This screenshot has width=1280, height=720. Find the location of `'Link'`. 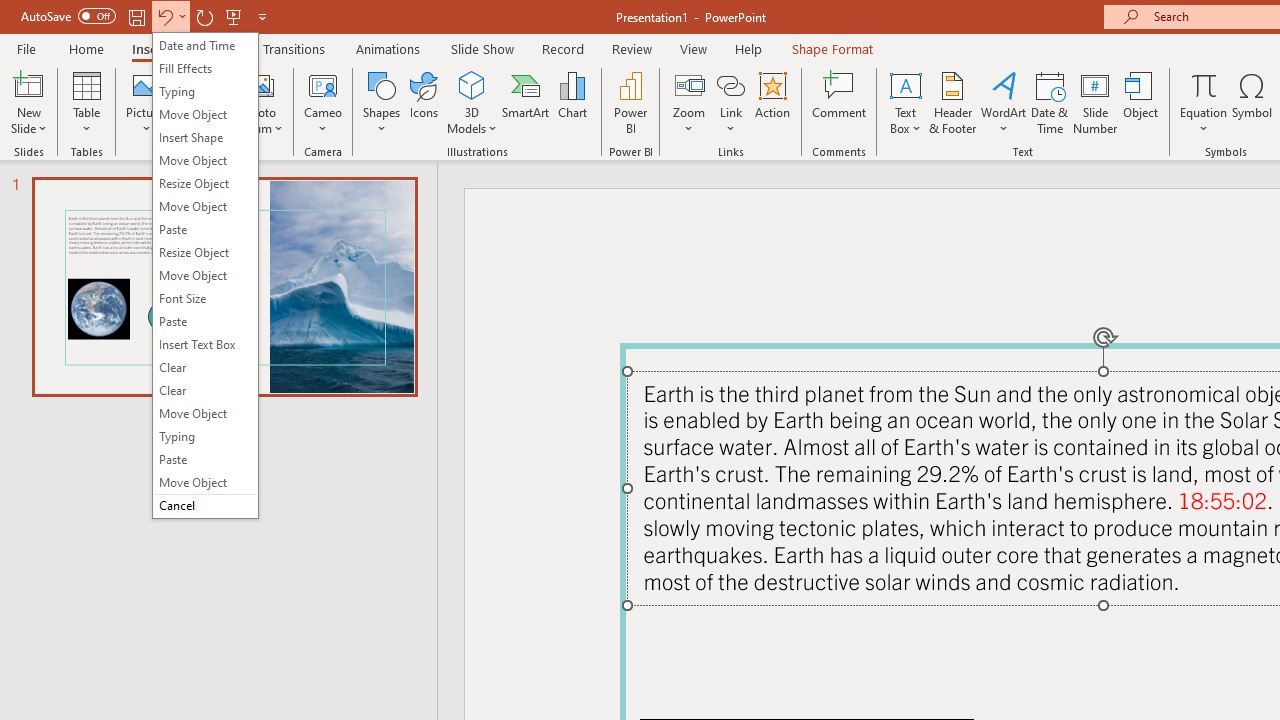

'Link' is located at coordinates (730, 103).